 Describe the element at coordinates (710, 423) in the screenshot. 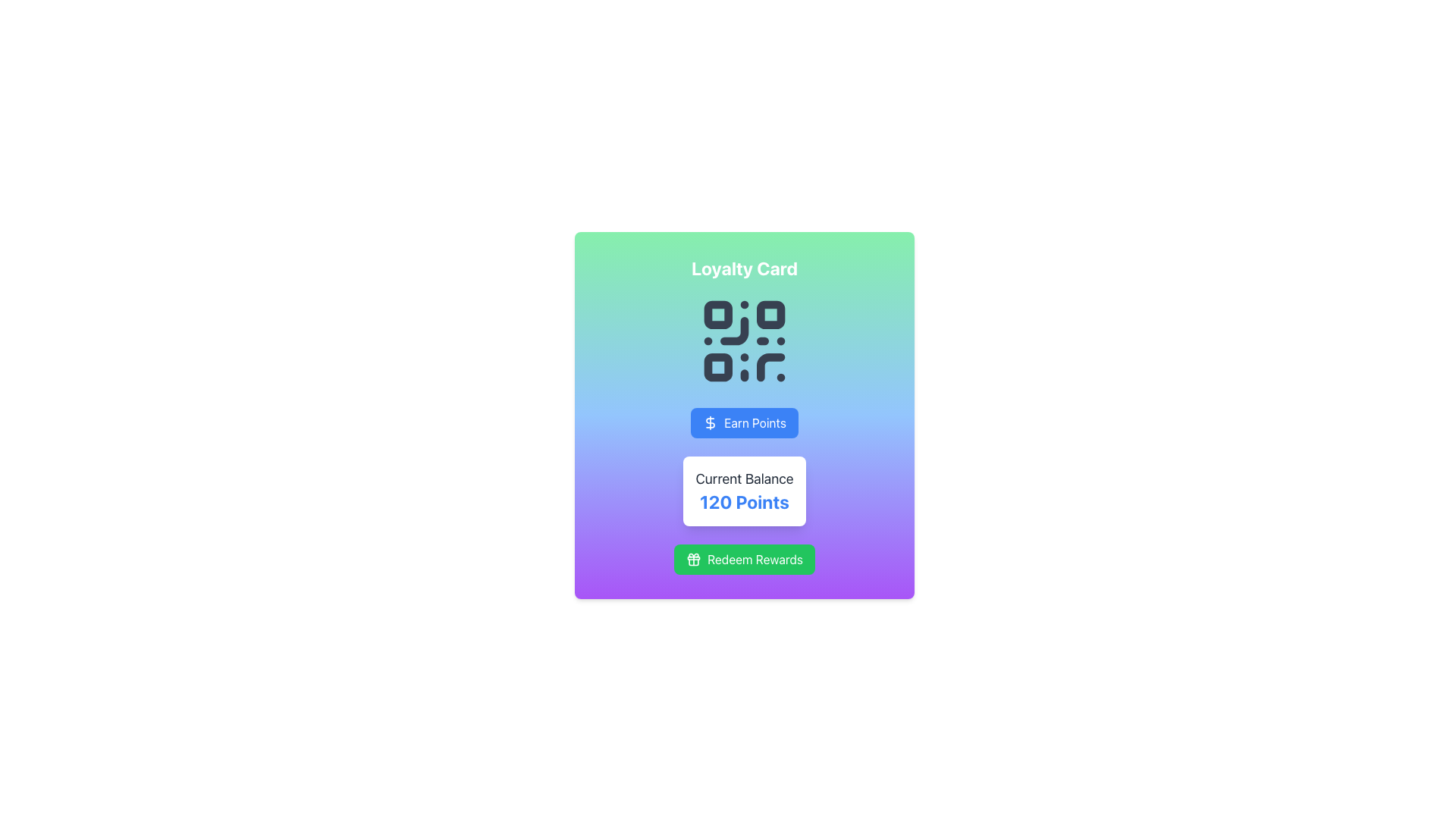

I see `the SVG icon shaped like a dollar sign ($) located to the left of the 'Earn Points' text within the blue button` at that location.